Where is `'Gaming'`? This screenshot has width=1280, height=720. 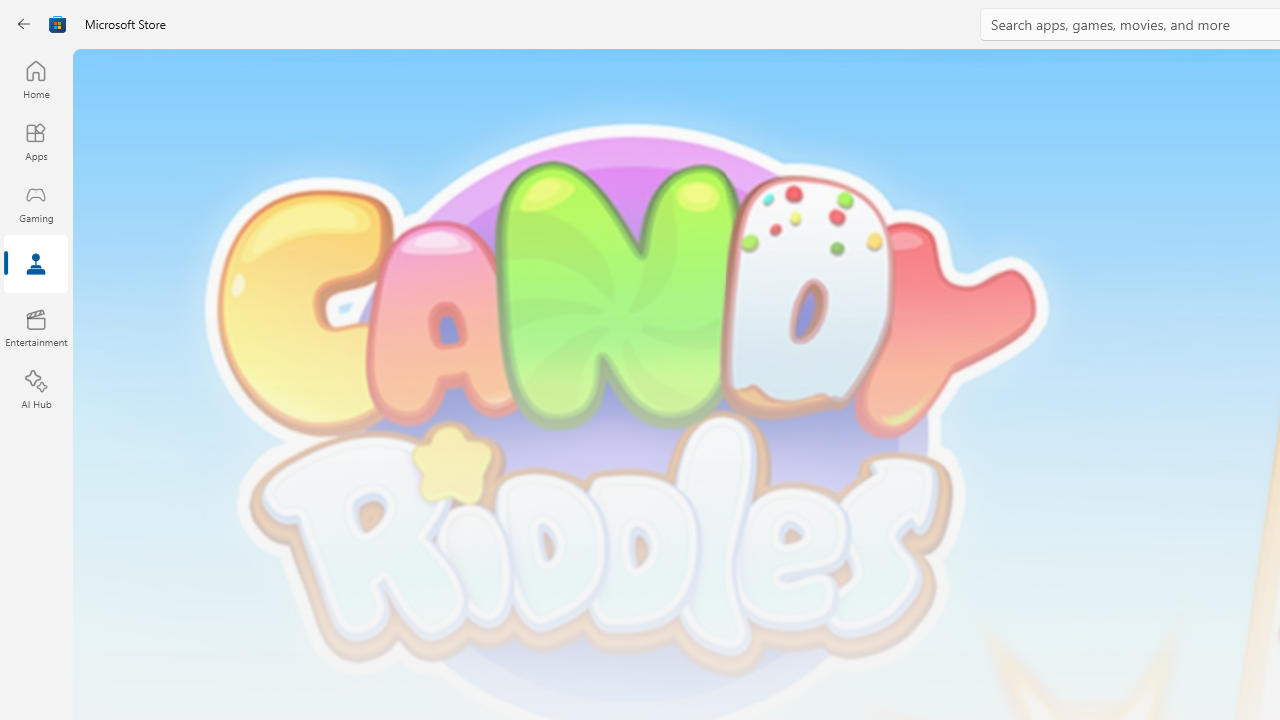
'Gaming' is located at coordinates (35, 203).